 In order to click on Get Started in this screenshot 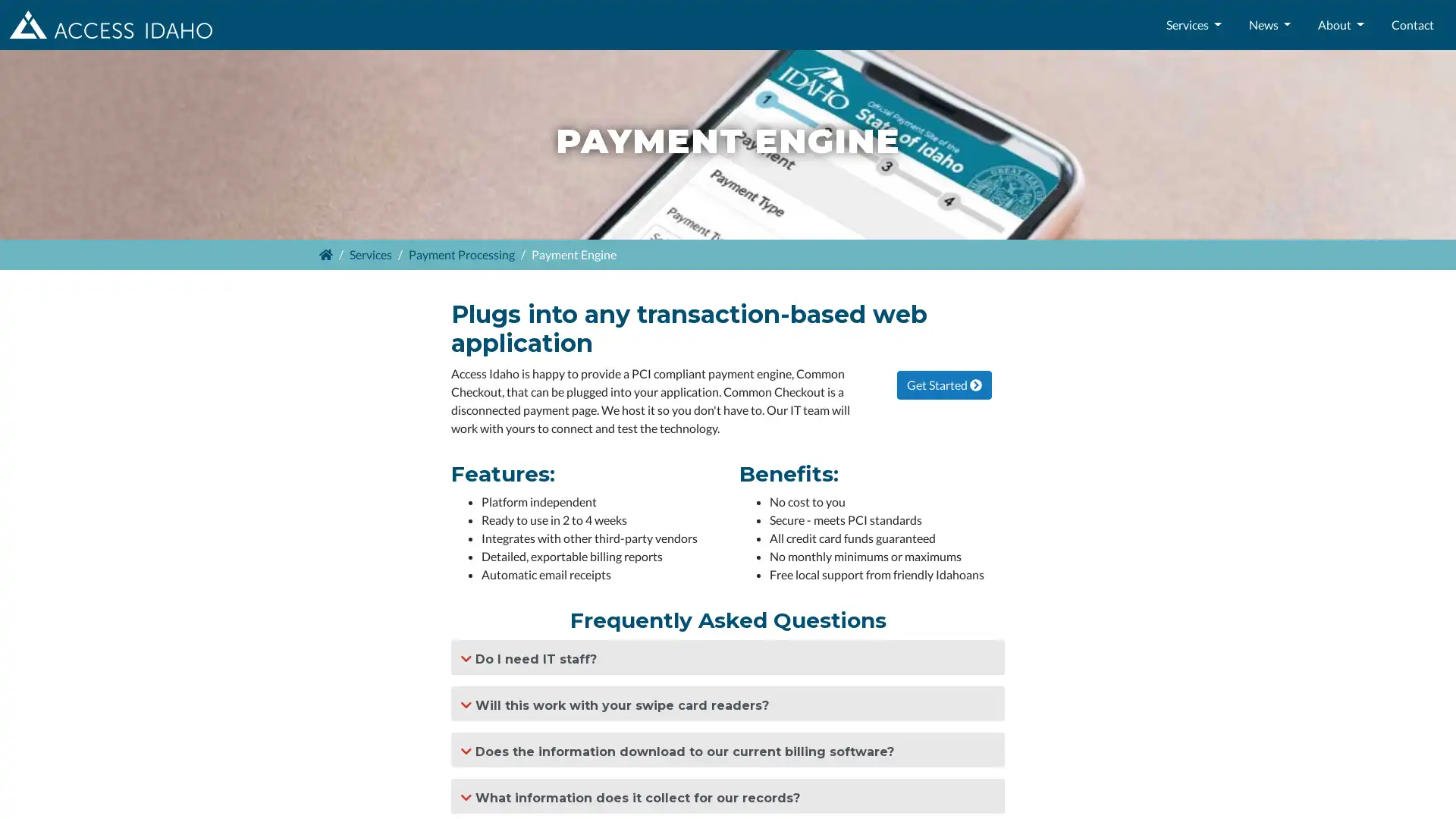, I will do `click(943, 383)`.